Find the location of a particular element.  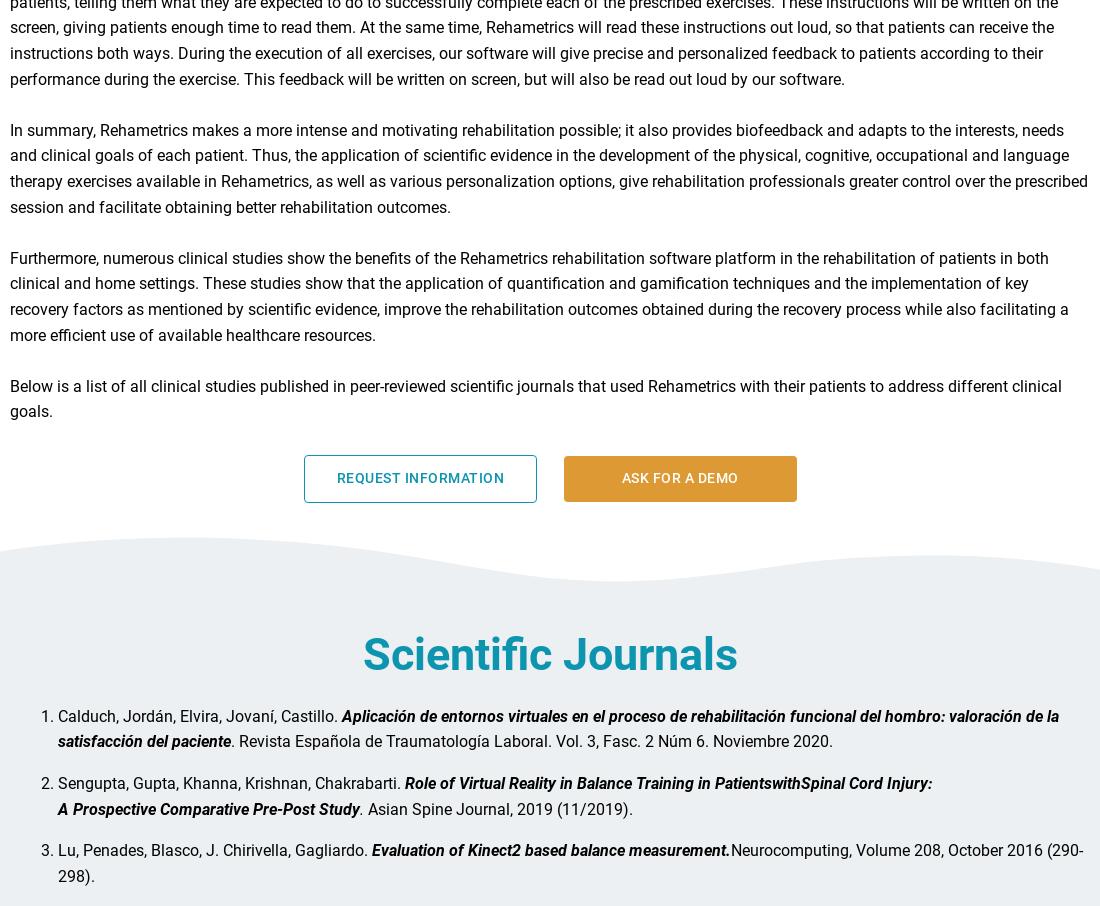

'. Revista Española de Traumatología Laboral. Vol. 3, Fasc. 2 Núm 6. Noviembre 2020.' is located at coordinates (231, 749).